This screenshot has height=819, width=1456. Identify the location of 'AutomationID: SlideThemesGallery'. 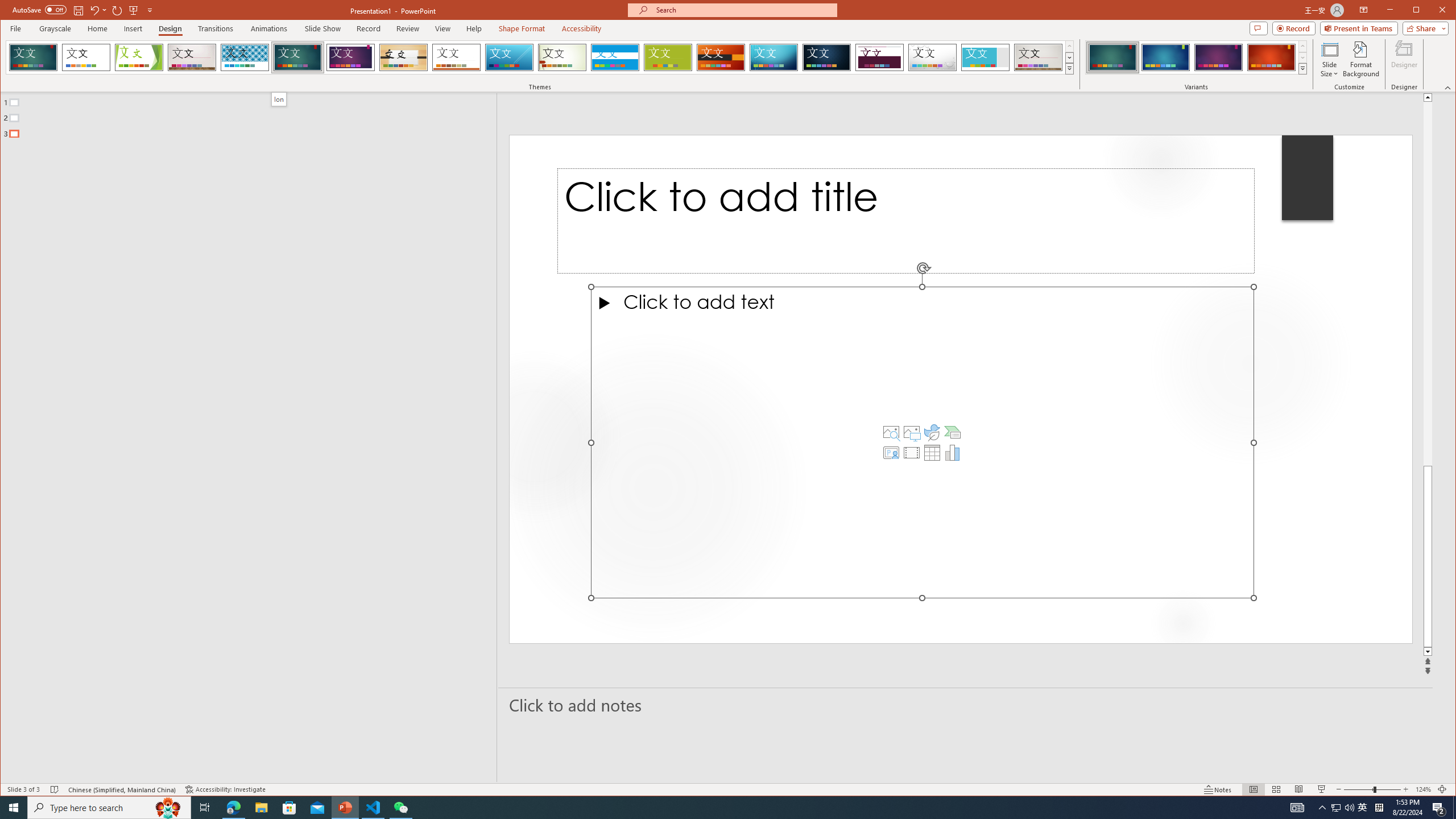
(540, 56).